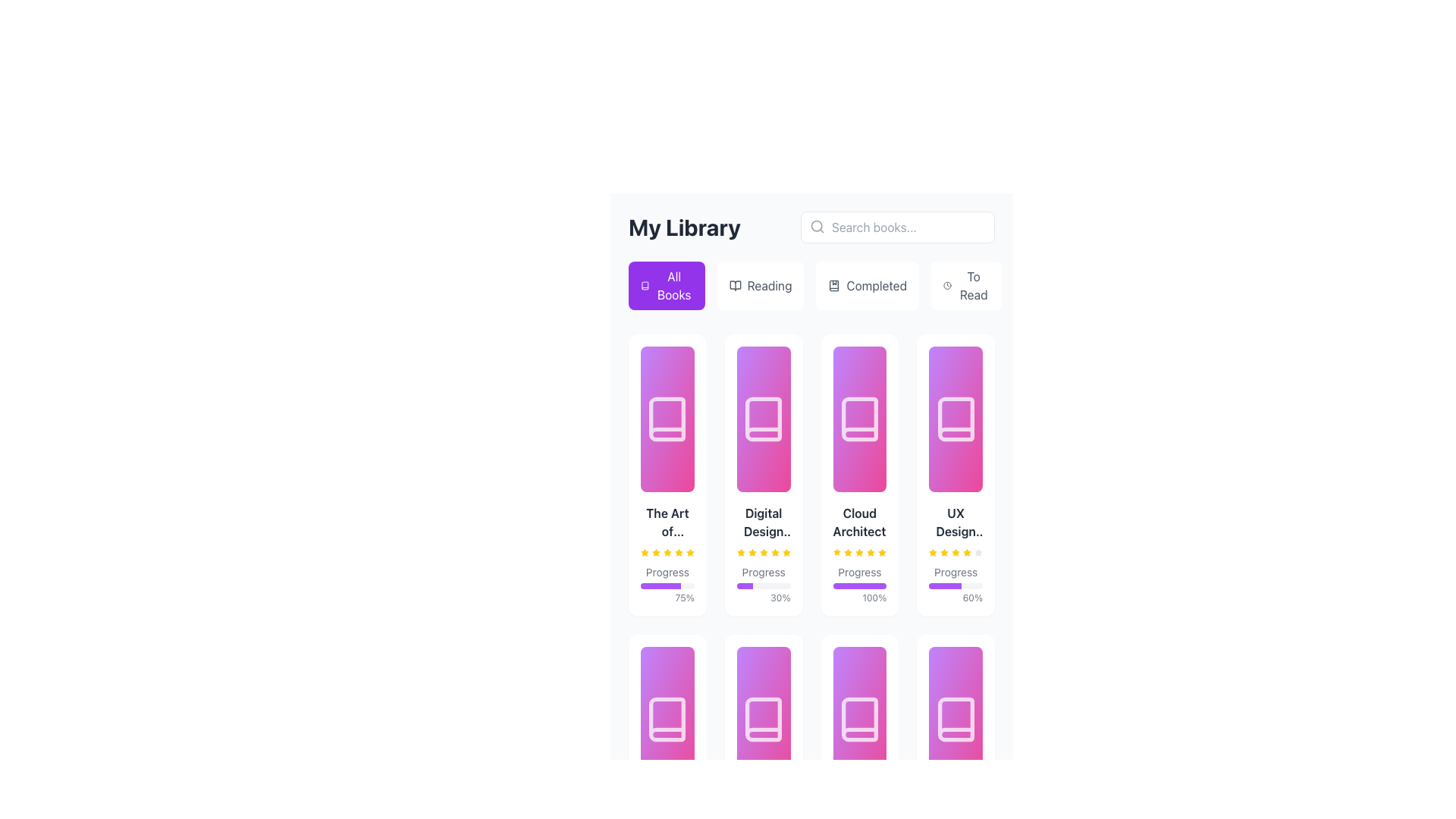 This screenshot has height=819, width=1456. I want to click on the fifth star icon in the seven-part rating system located beneath the item titled 'The Art of...' in the grid layout, so click(689, 553).